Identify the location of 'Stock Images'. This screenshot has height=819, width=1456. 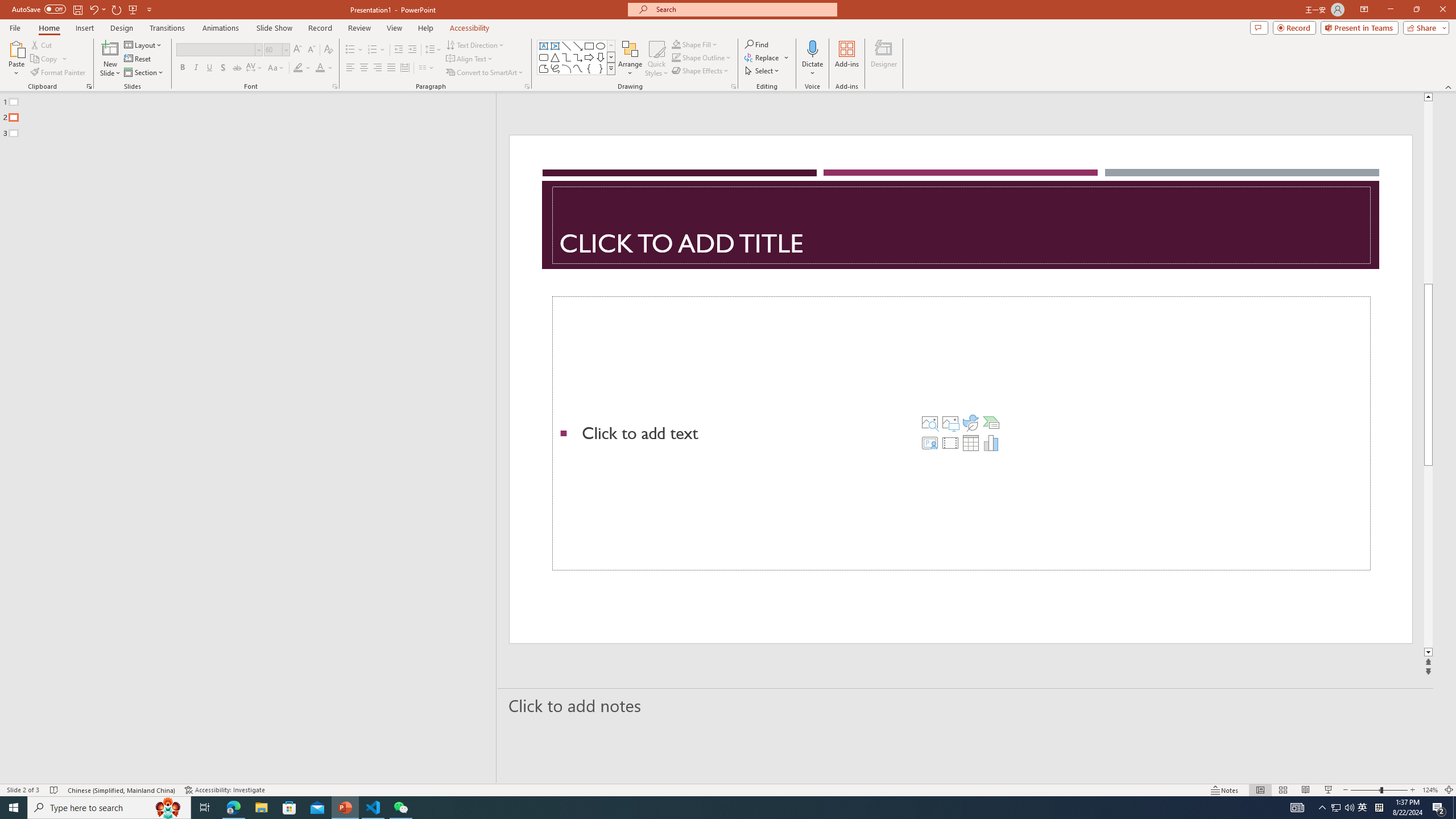
(929, 422).